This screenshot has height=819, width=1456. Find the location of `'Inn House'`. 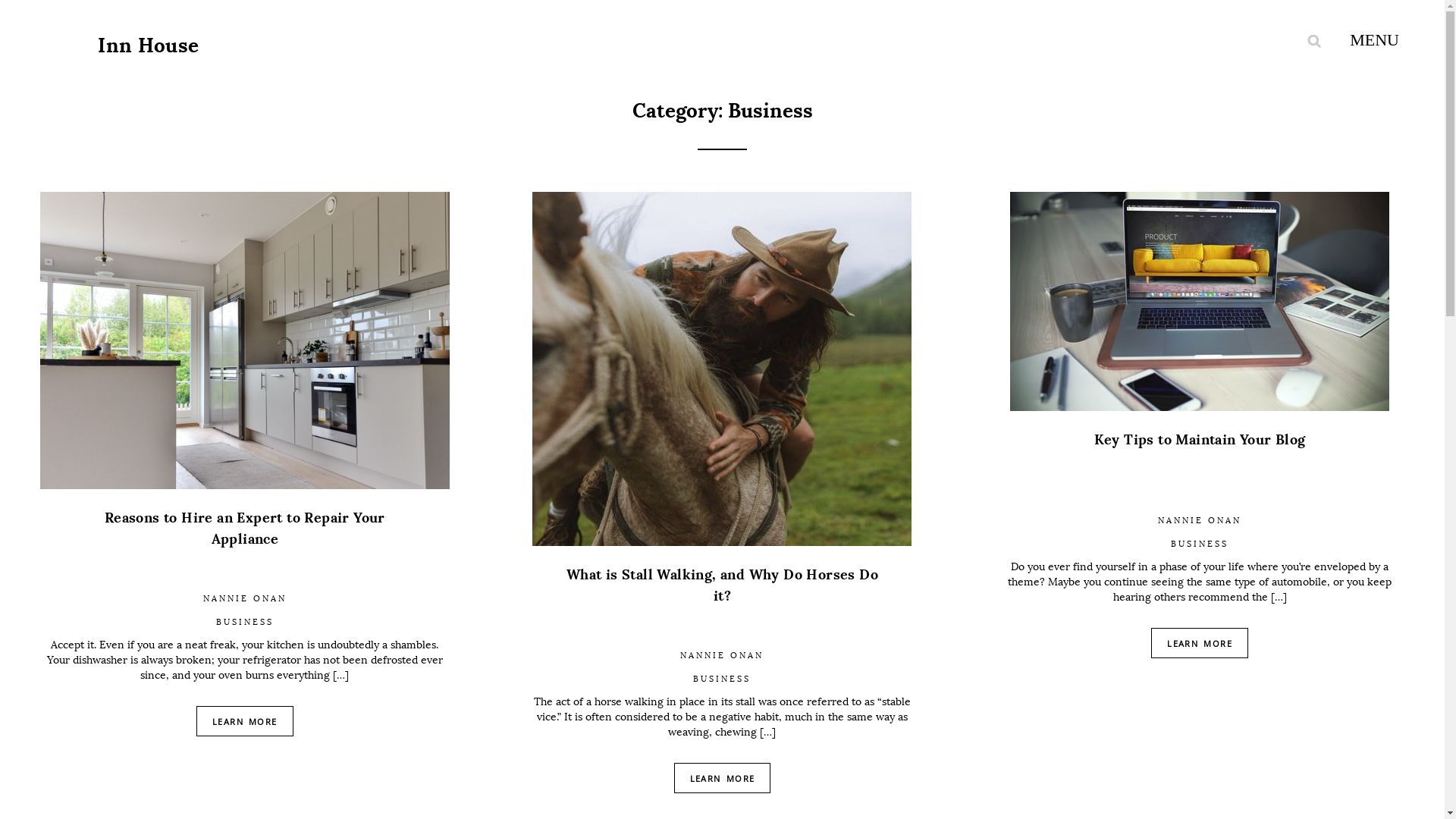

'Inn House' is located at coordinates (149, 44).